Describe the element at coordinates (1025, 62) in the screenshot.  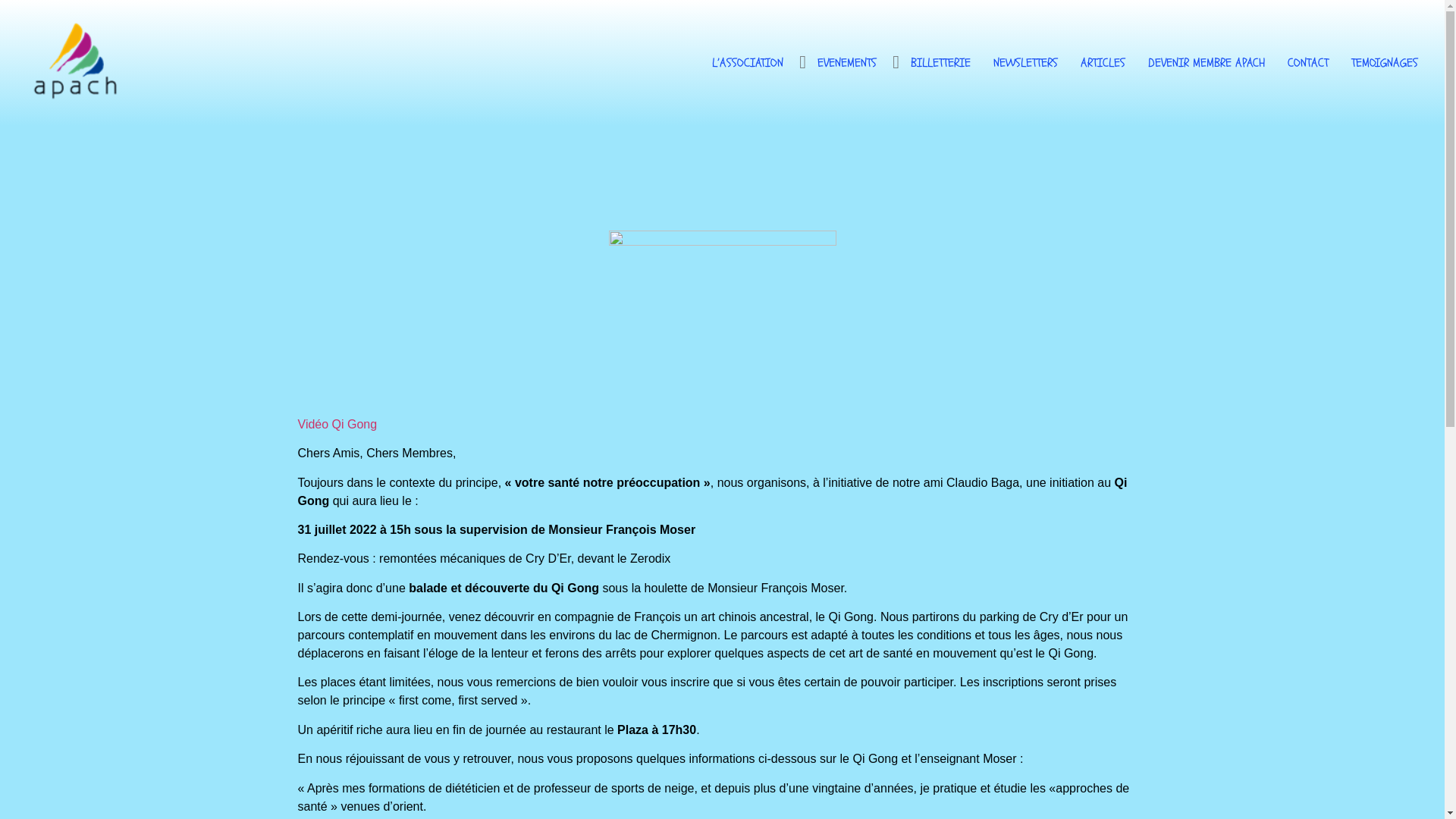
I see `'NEWSLETTERS'` at that location.